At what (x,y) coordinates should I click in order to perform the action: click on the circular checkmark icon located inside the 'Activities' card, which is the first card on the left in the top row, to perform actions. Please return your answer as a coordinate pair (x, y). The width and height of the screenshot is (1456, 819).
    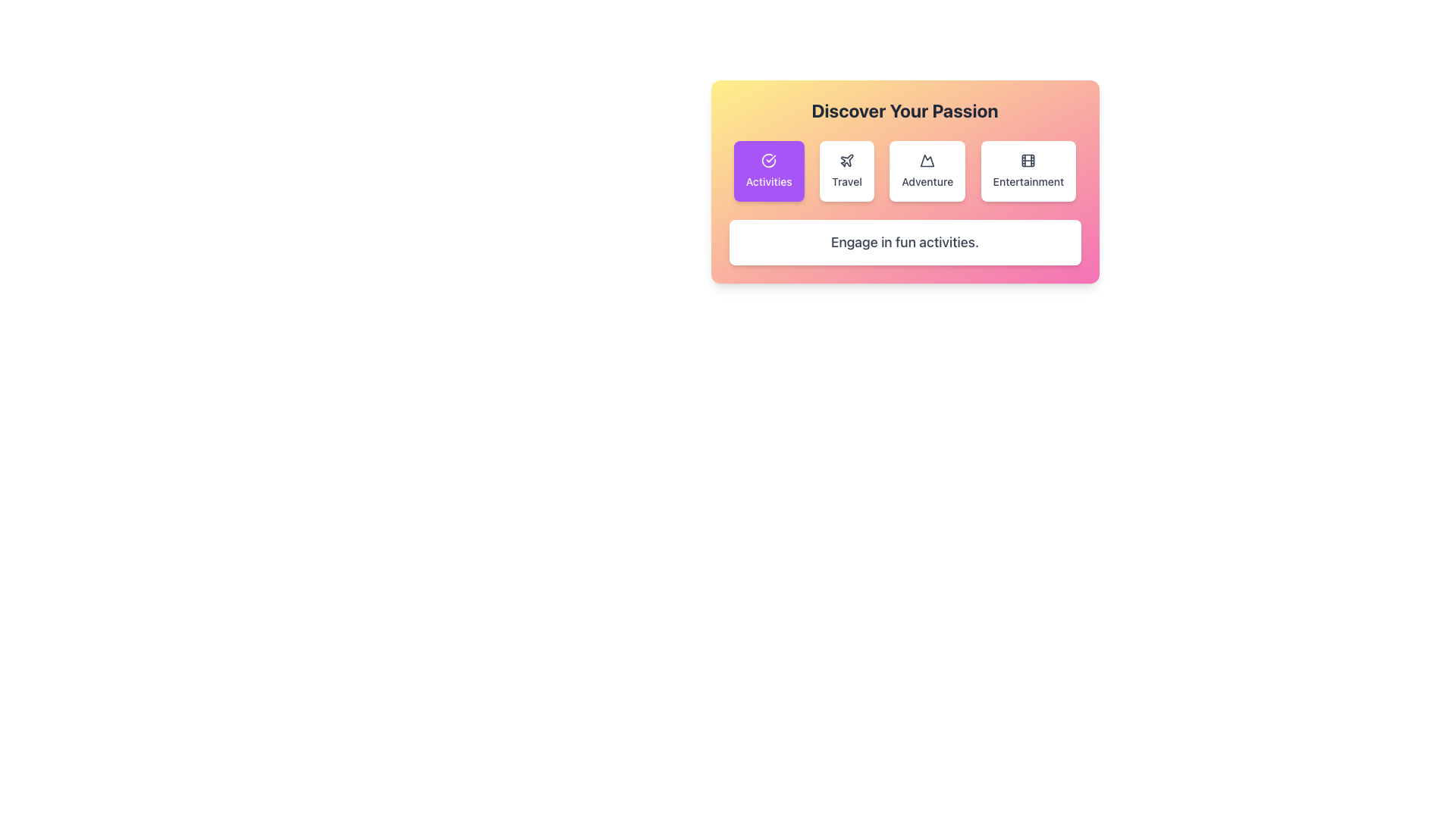
    Looking at the image, I should click on (769, 161).